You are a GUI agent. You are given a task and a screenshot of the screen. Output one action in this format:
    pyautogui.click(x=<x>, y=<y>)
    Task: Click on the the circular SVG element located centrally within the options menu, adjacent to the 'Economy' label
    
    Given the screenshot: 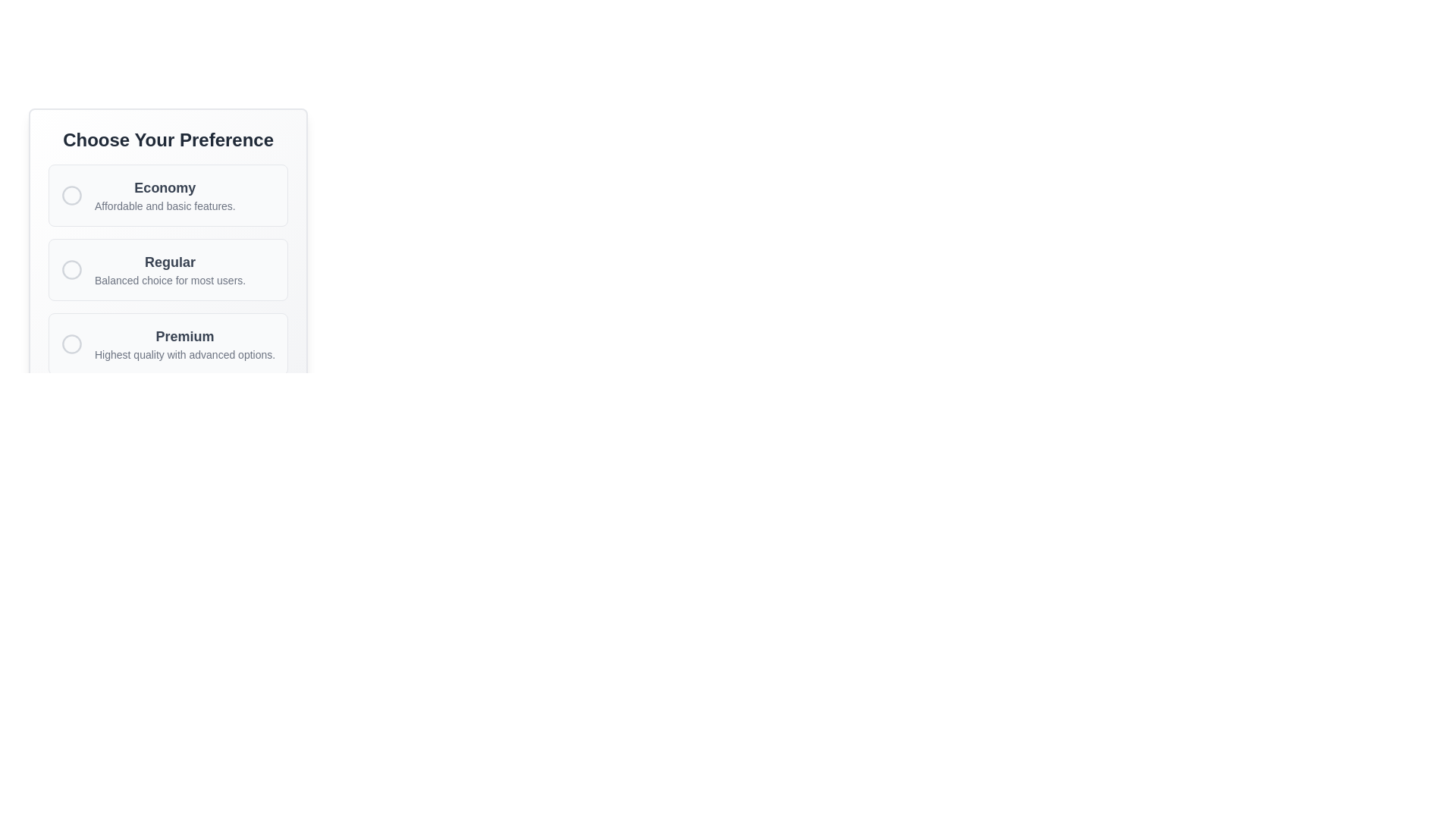 What is the action you would take?
    pyautogui.click(x=71, y=195)
    